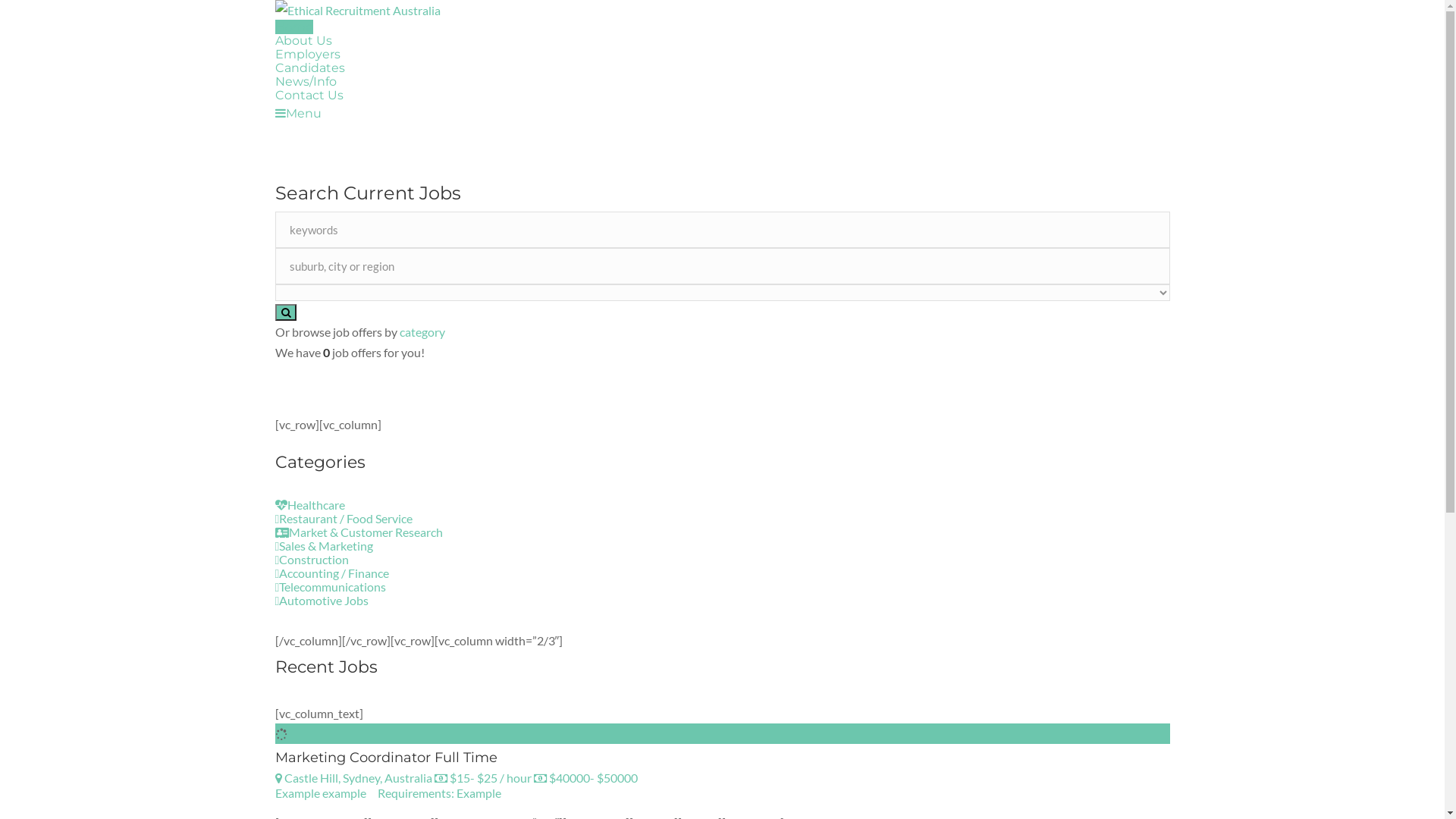  Describe the element at coordinates (309, 67) in the screenshot. I see `'Candidates'` at that location.